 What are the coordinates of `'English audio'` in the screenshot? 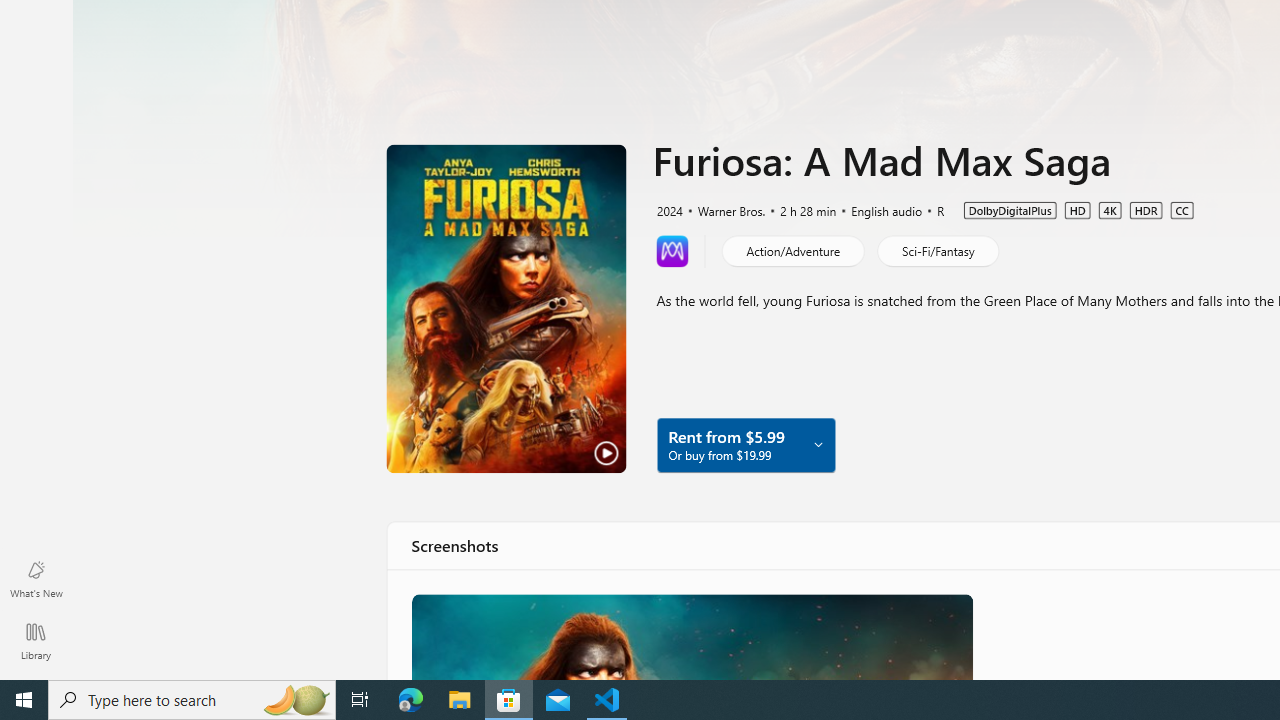 It's located at (877, 209).